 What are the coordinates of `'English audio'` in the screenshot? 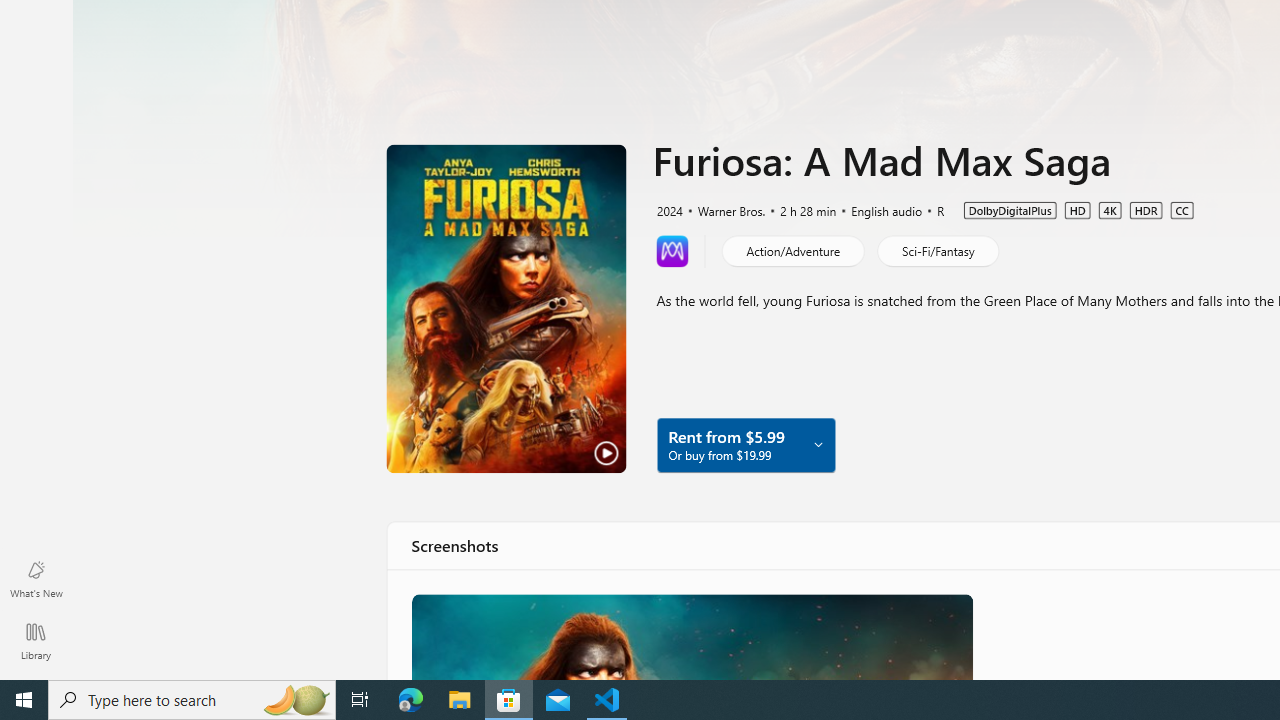 It's located at (877, 209).